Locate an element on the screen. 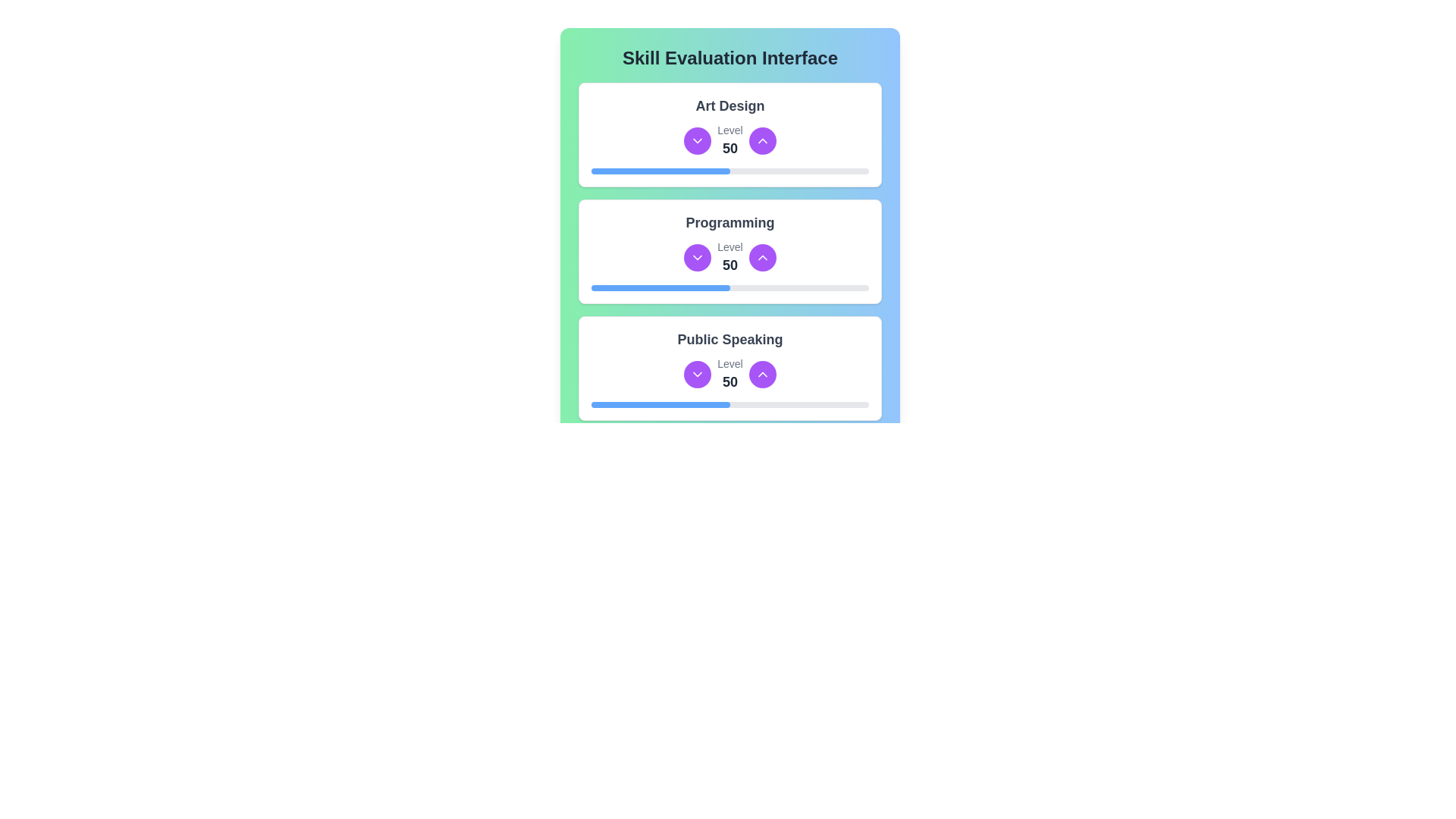  the skill level selector is located at coordinates (730, 140).